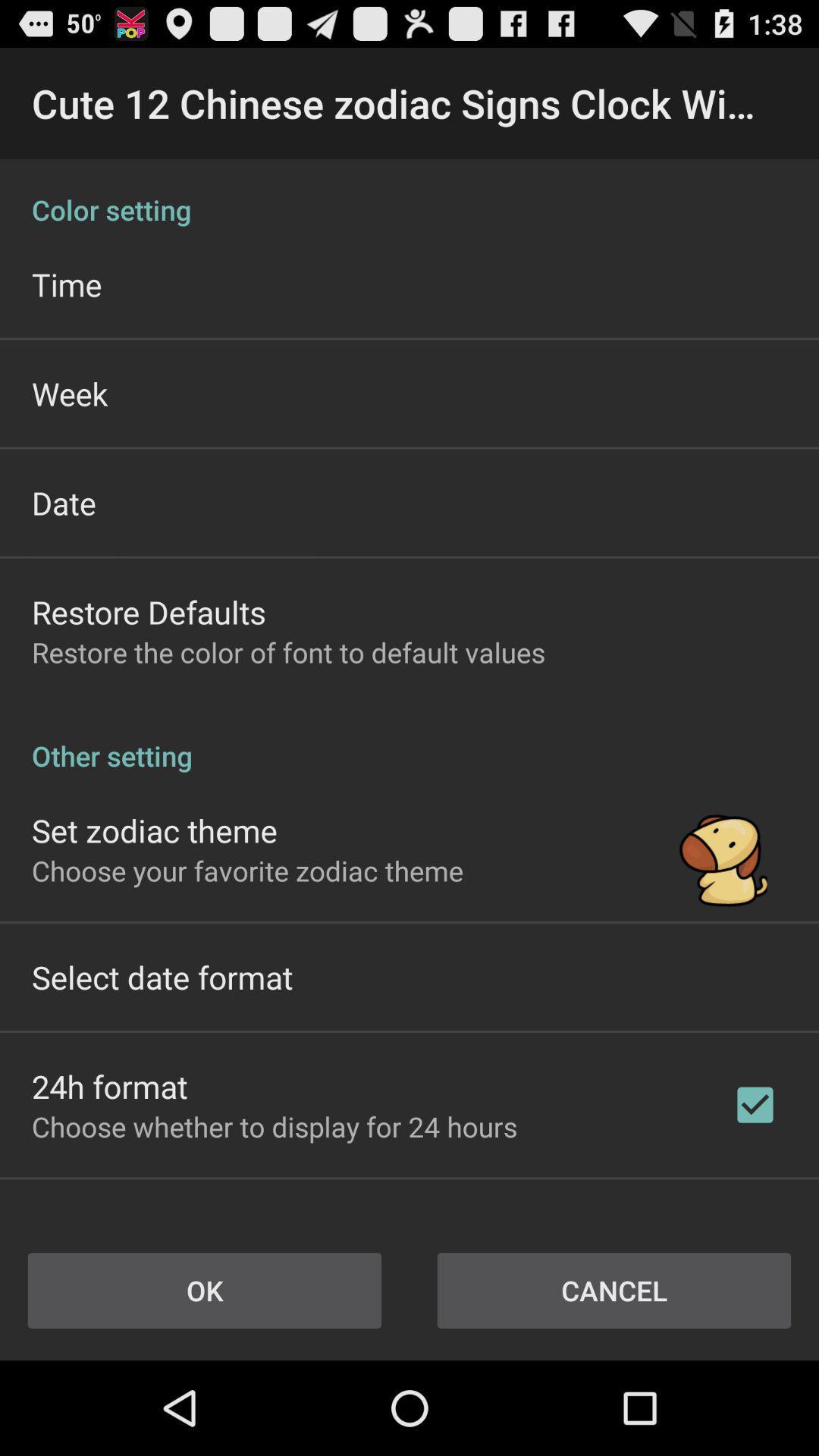  Describe the element at coordinates (288, 652) in the screenshot. I see `icon below restore defaults icon` at that location.